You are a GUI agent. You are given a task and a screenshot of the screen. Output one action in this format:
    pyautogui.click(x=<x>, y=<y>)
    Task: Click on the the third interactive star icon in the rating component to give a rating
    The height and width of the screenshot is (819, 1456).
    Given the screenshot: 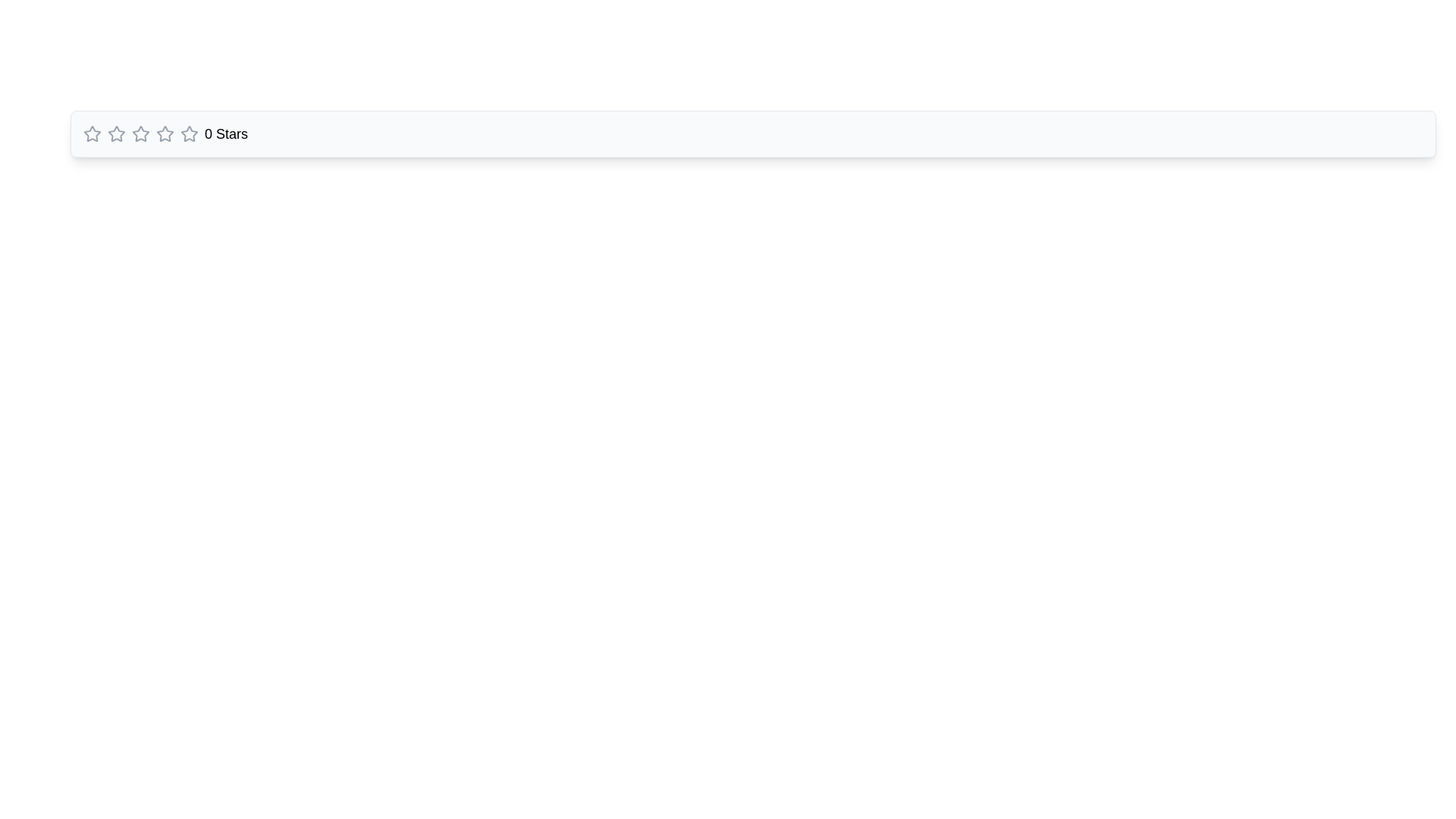 What is the action you would take?
    pyautogui.click(x=141, y=133)
    